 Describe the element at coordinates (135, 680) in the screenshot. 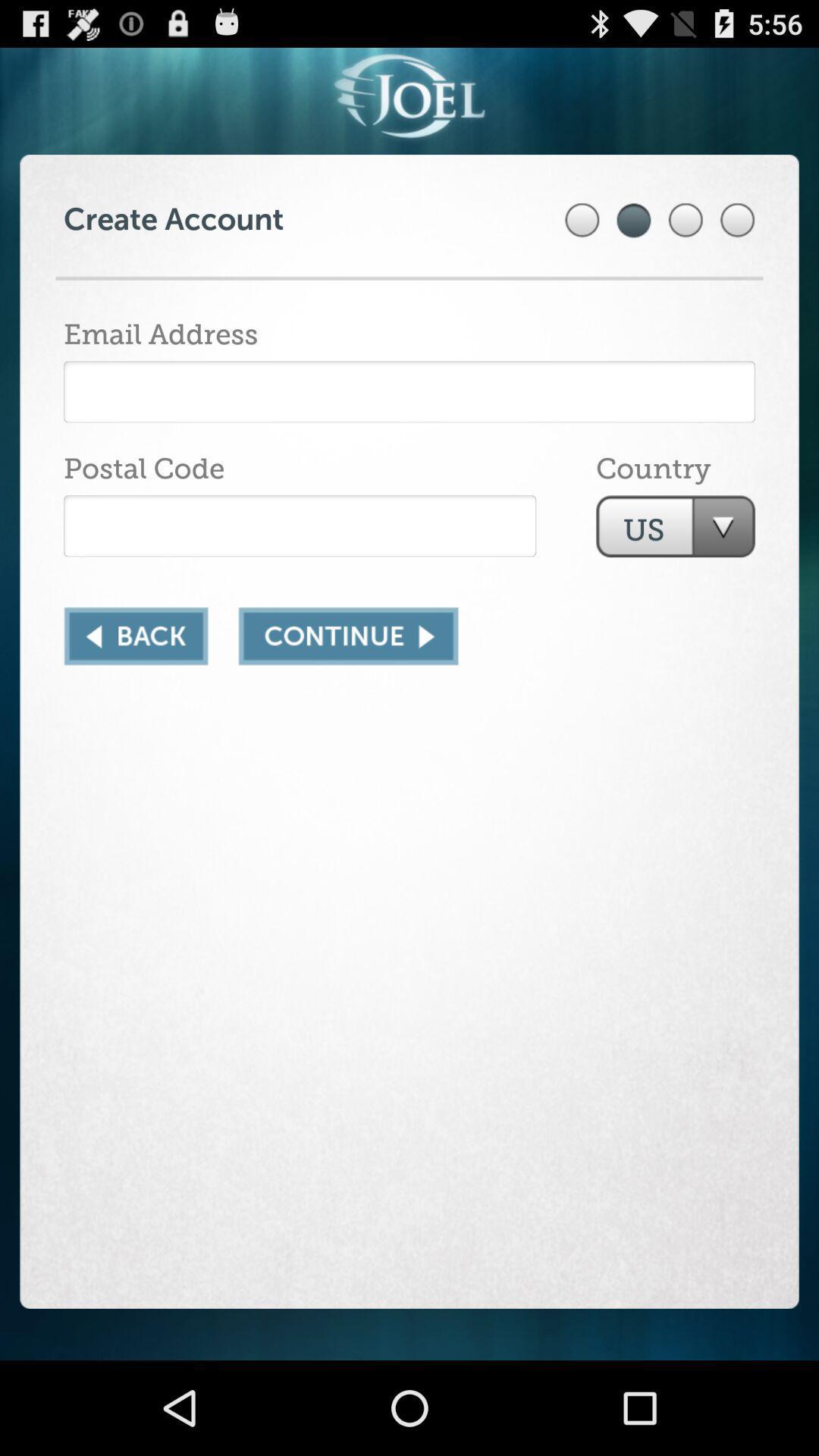

I see `the av_rewind icon` at that location.